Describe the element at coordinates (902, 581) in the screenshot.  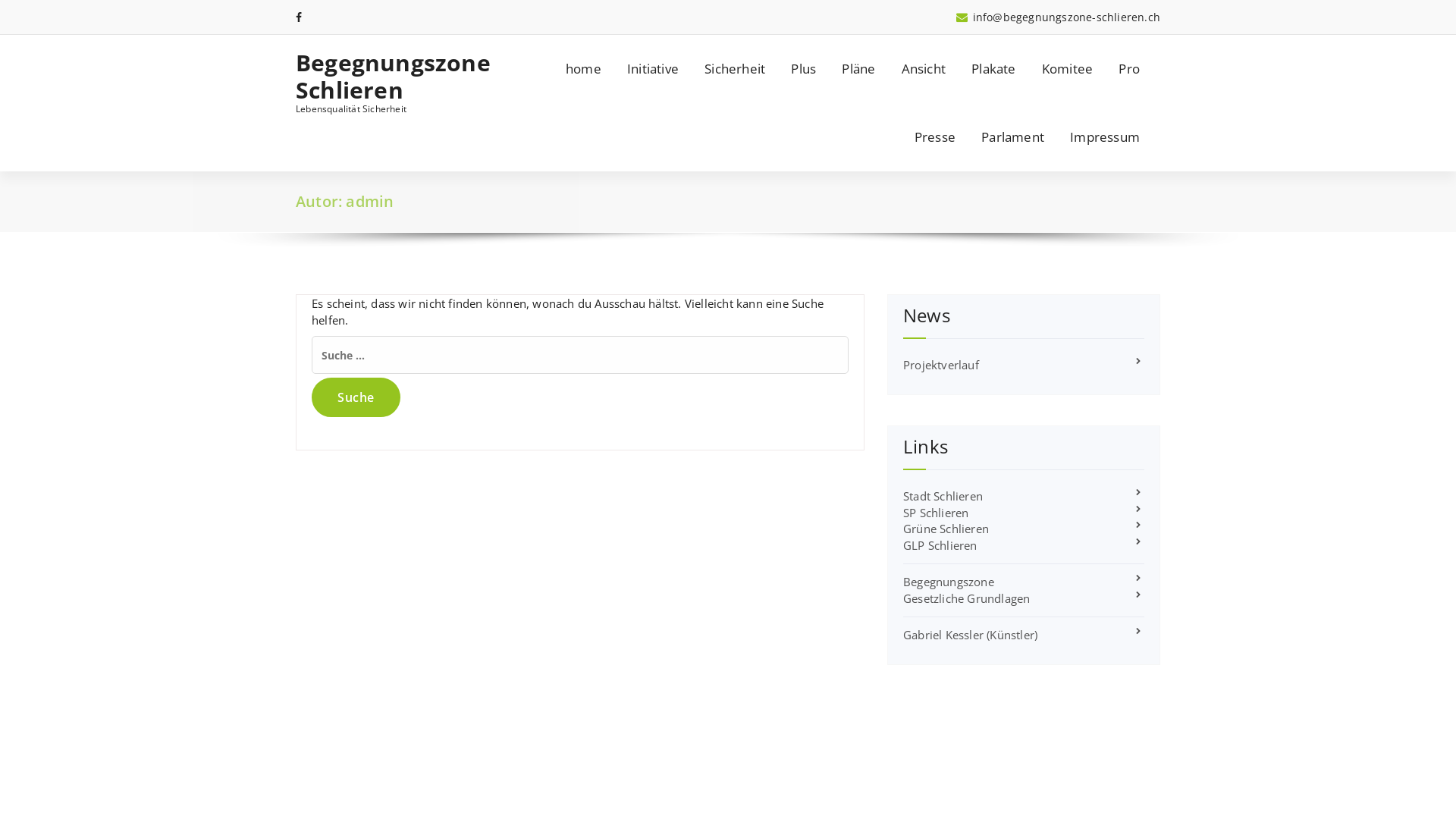
I see `'Begegnungszone'` at that location.